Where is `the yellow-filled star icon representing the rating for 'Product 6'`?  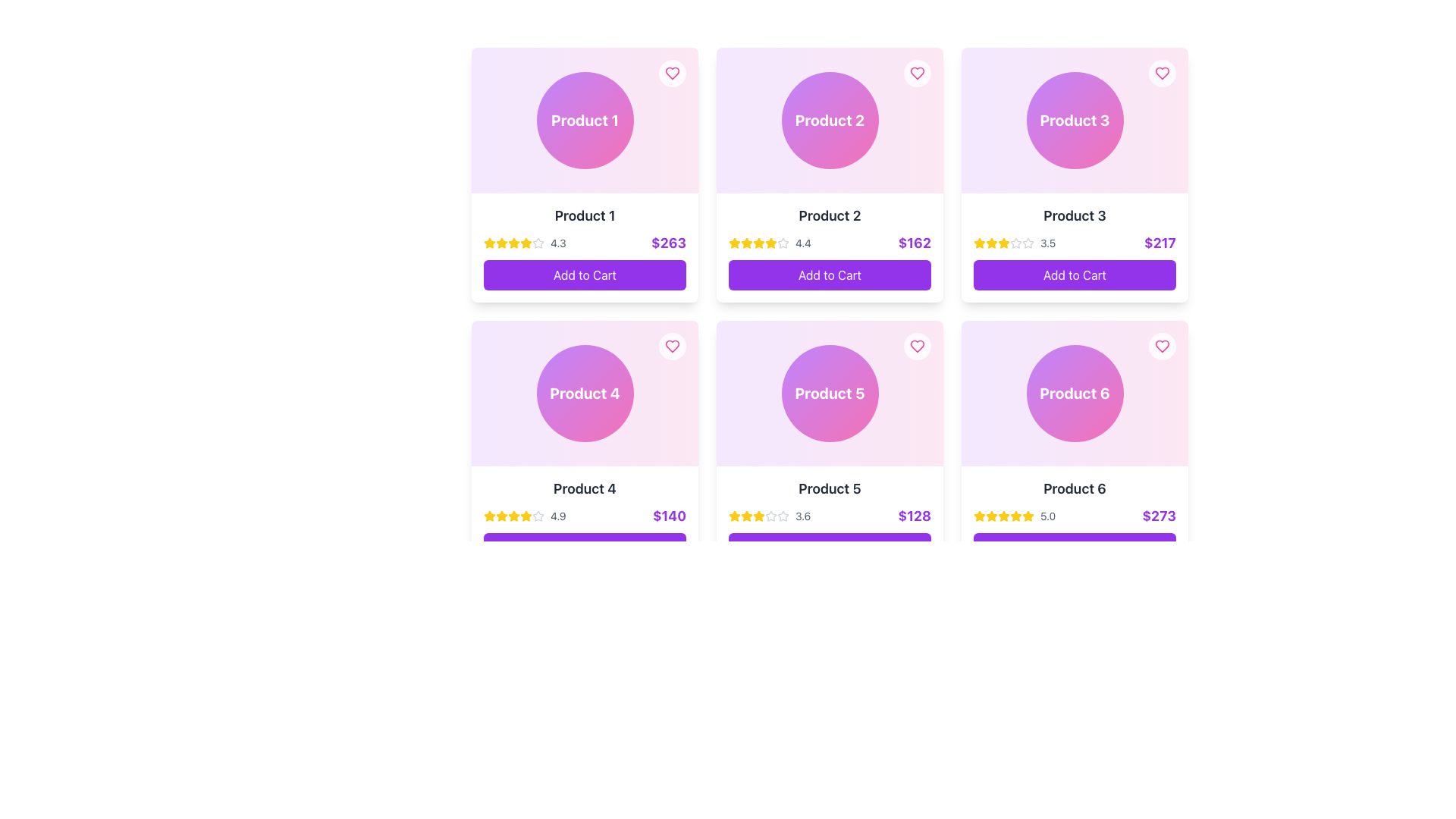 the yellow-filled star icon representing the rating for 'Product 6' is located at coordinates (992, 515).